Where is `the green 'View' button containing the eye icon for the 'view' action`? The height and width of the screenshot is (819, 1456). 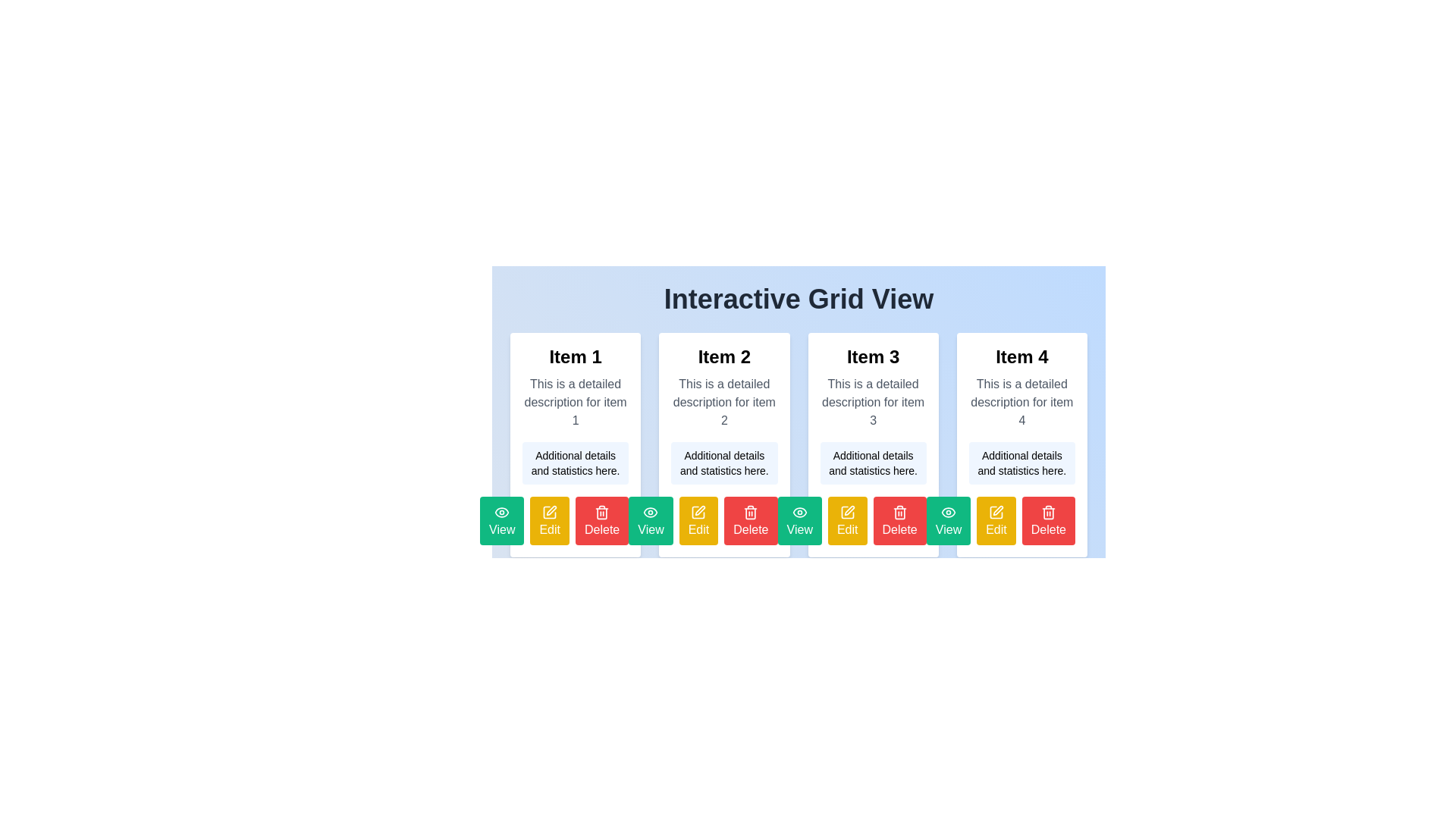
the green 'View' button containing the eye icon for the 'view' action is located at coordinates (799, 512).